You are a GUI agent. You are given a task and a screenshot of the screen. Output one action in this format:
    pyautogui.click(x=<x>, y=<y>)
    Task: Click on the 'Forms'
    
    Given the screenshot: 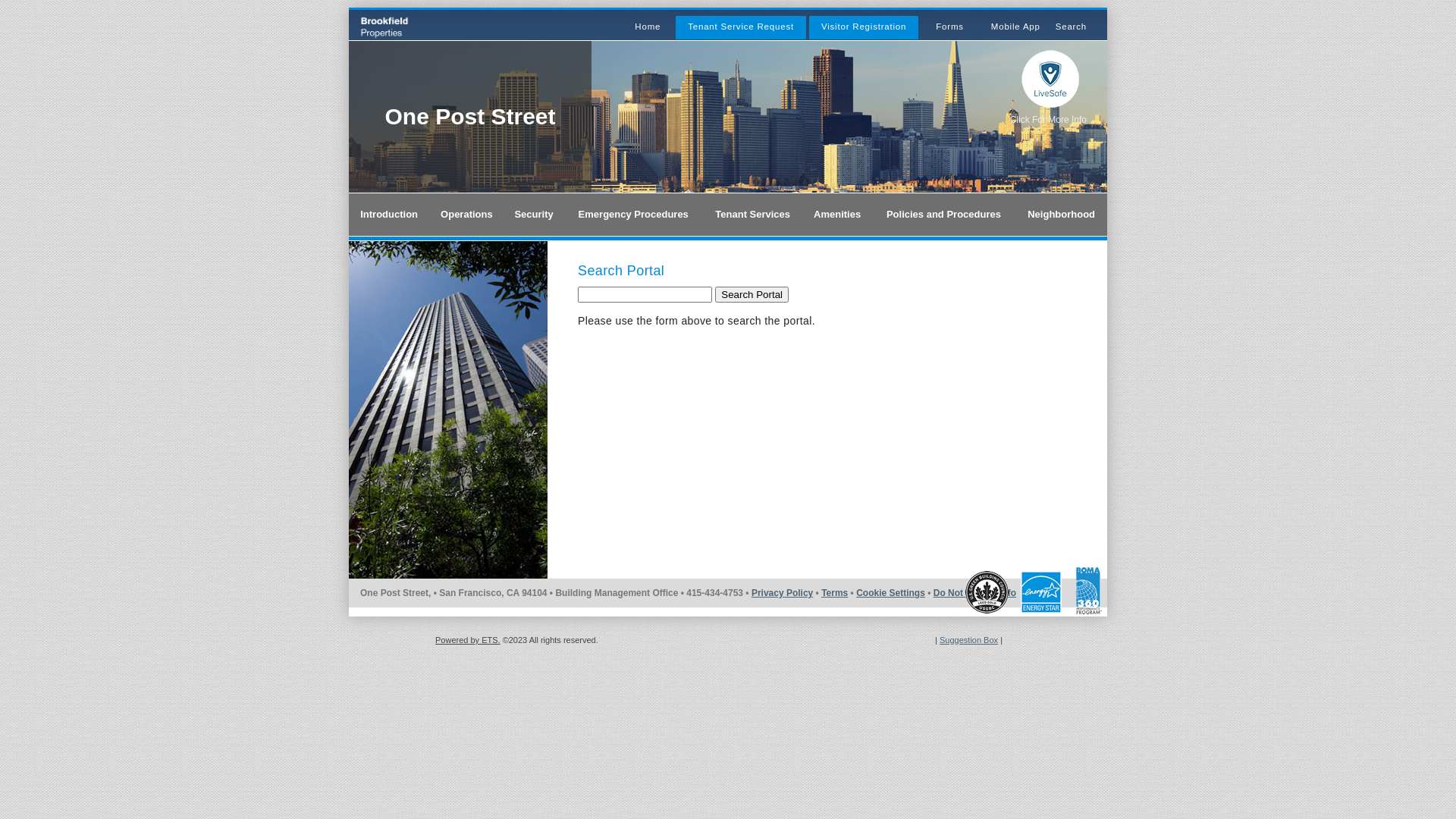 What is the action you would take?
    pyautogui.click(x=934, y=26)
    